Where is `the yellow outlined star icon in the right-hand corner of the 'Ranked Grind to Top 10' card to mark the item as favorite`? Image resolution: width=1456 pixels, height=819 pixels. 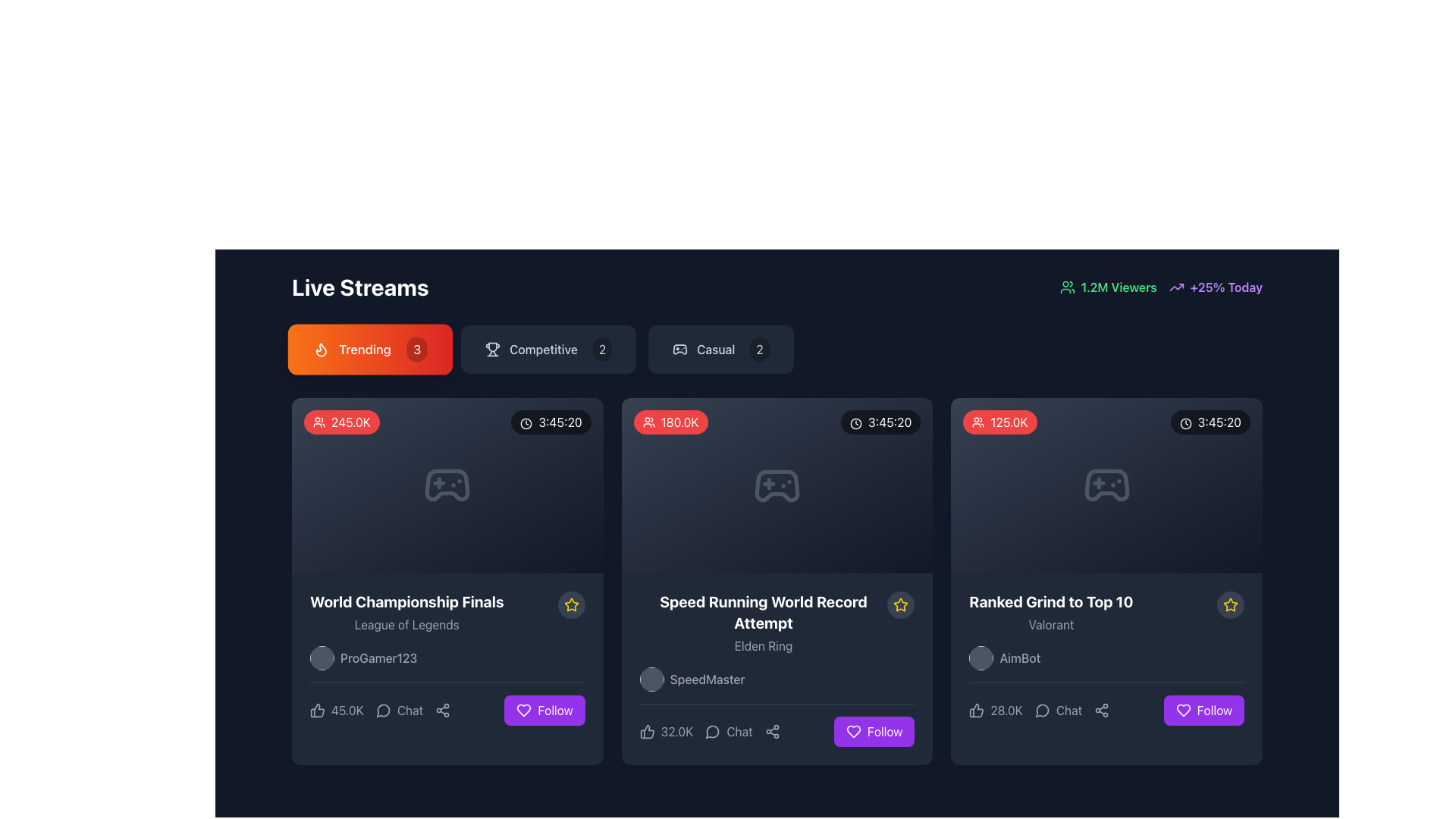 the yellow outlined star icon in the right-hand corner of the 'Ranked Grind to Top 10' card to mark the item as favorite is located at coordinates (901, 604).